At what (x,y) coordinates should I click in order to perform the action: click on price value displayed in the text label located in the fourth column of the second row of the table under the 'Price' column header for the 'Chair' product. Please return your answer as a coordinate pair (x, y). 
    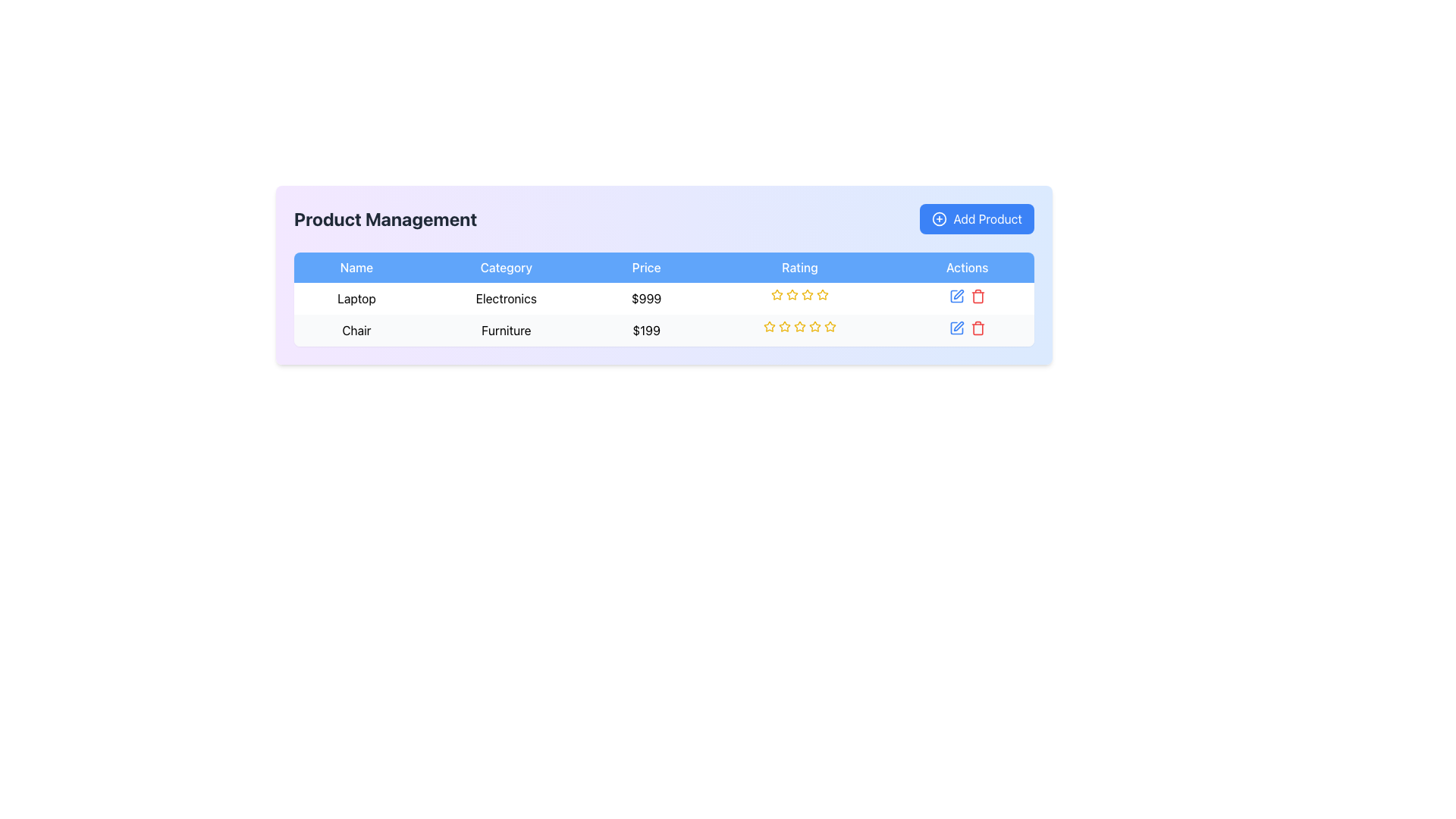
    Looking at the image, I should click on (646, 329).